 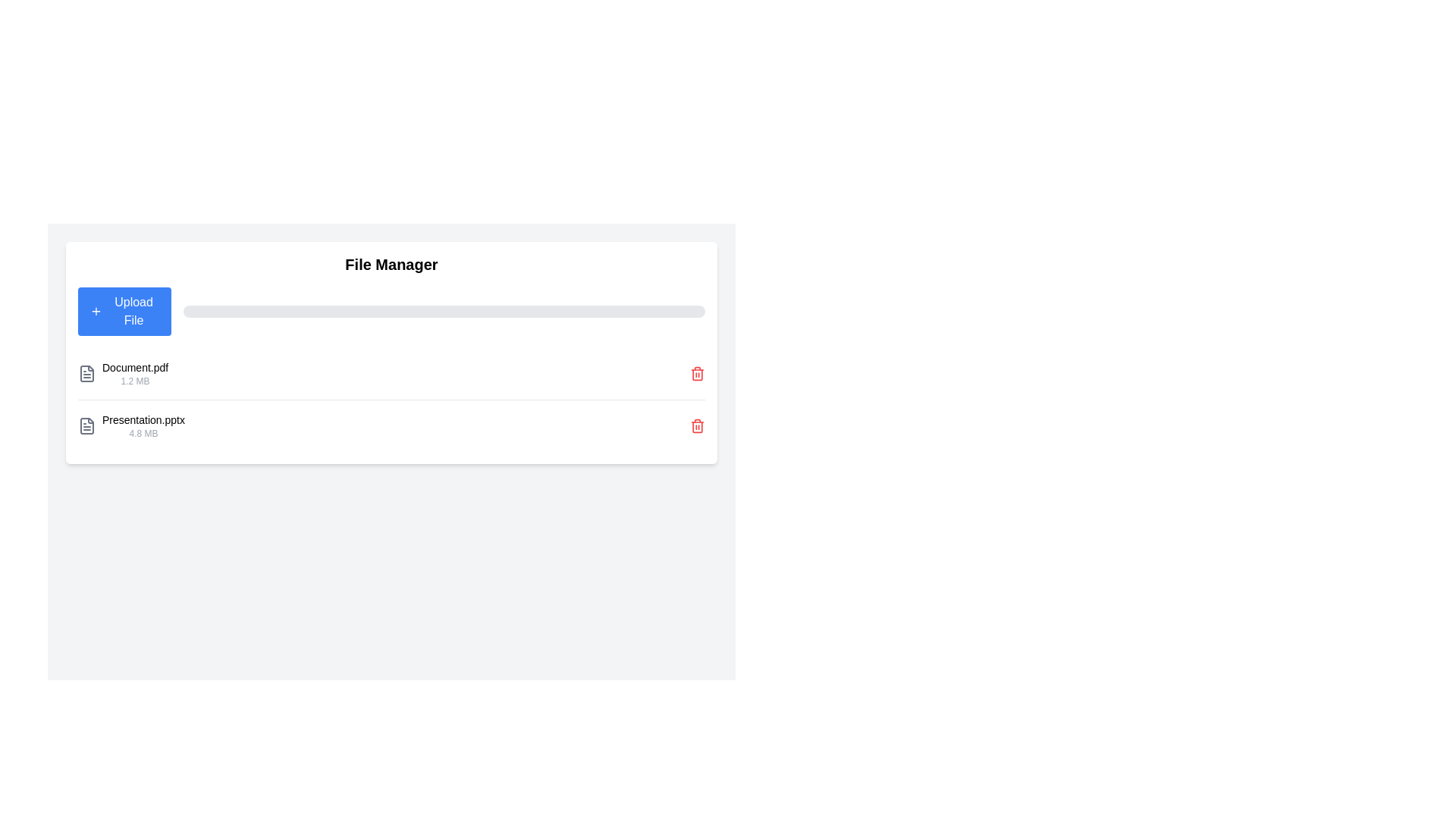 I want to click on the delete button located at the far right of the 'Document.pdf' file entry, so click(x=697, y=374).